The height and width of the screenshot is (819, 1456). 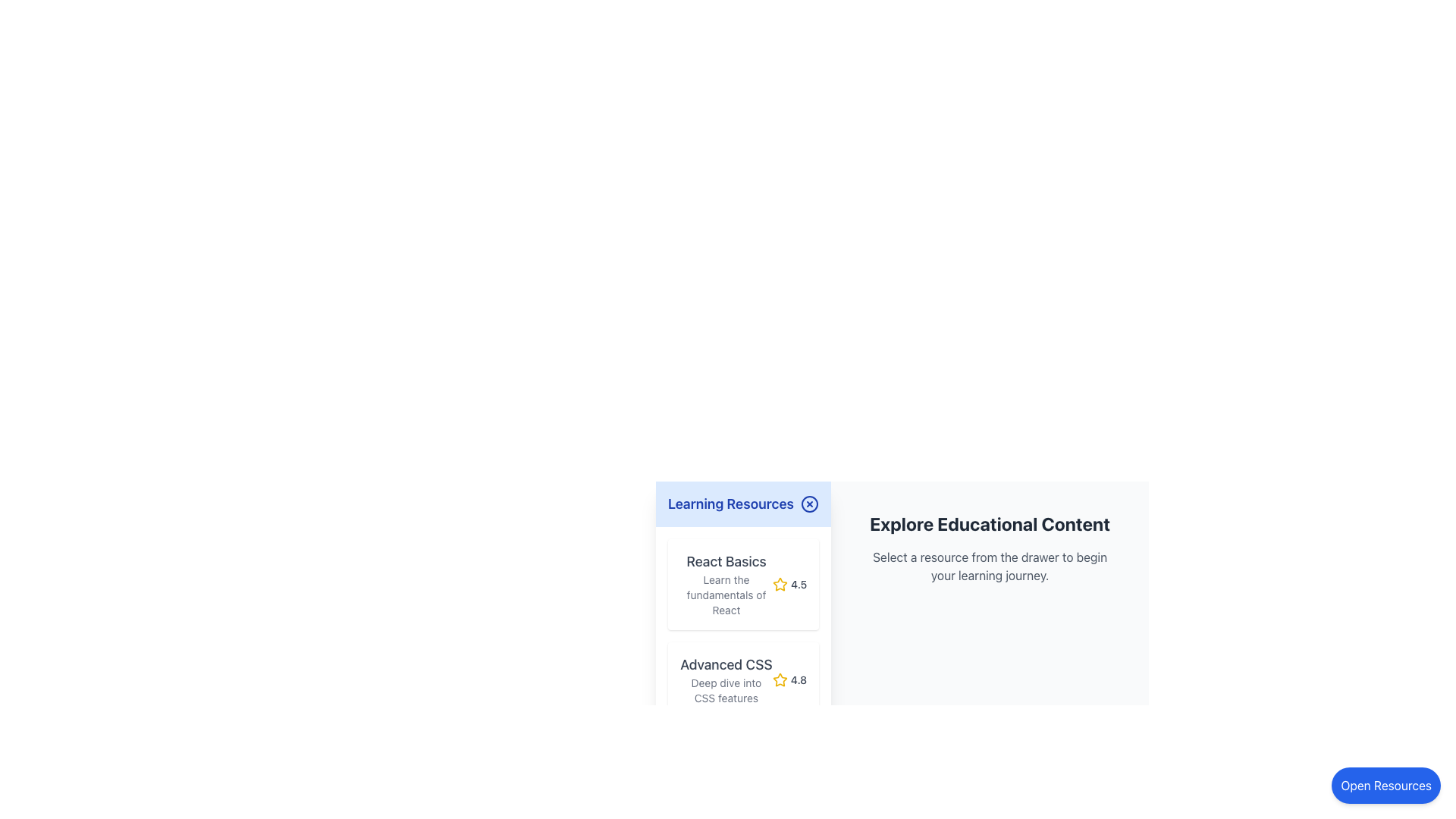 What do you see at coordinates (726, 584) in the screenshot?
I see `the title and description text block of the 'React Basics' resource in the Learning Resources section` at bounding box center [726, 584].